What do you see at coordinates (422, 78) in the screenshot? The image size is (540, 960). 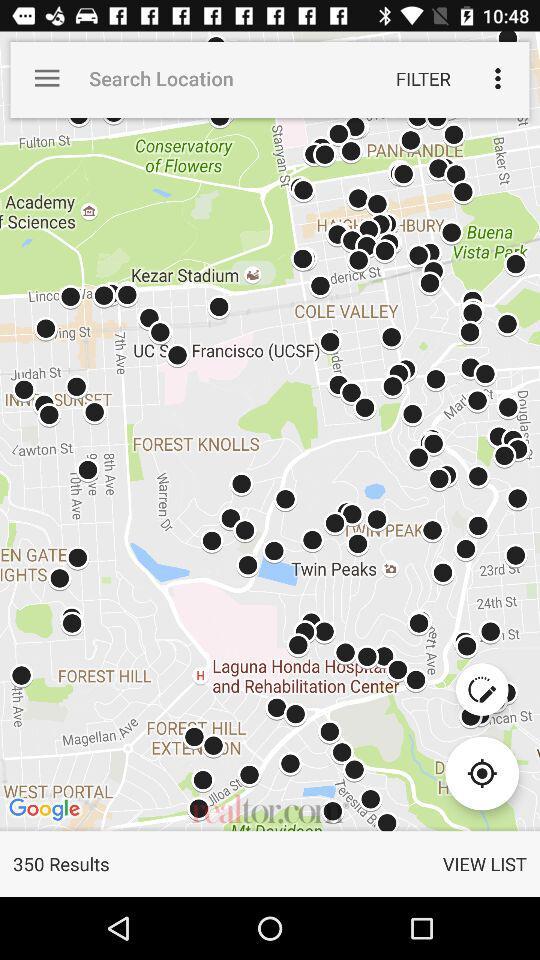 I see `the icon to the right of the search location item` at bounding box center [422, 78].